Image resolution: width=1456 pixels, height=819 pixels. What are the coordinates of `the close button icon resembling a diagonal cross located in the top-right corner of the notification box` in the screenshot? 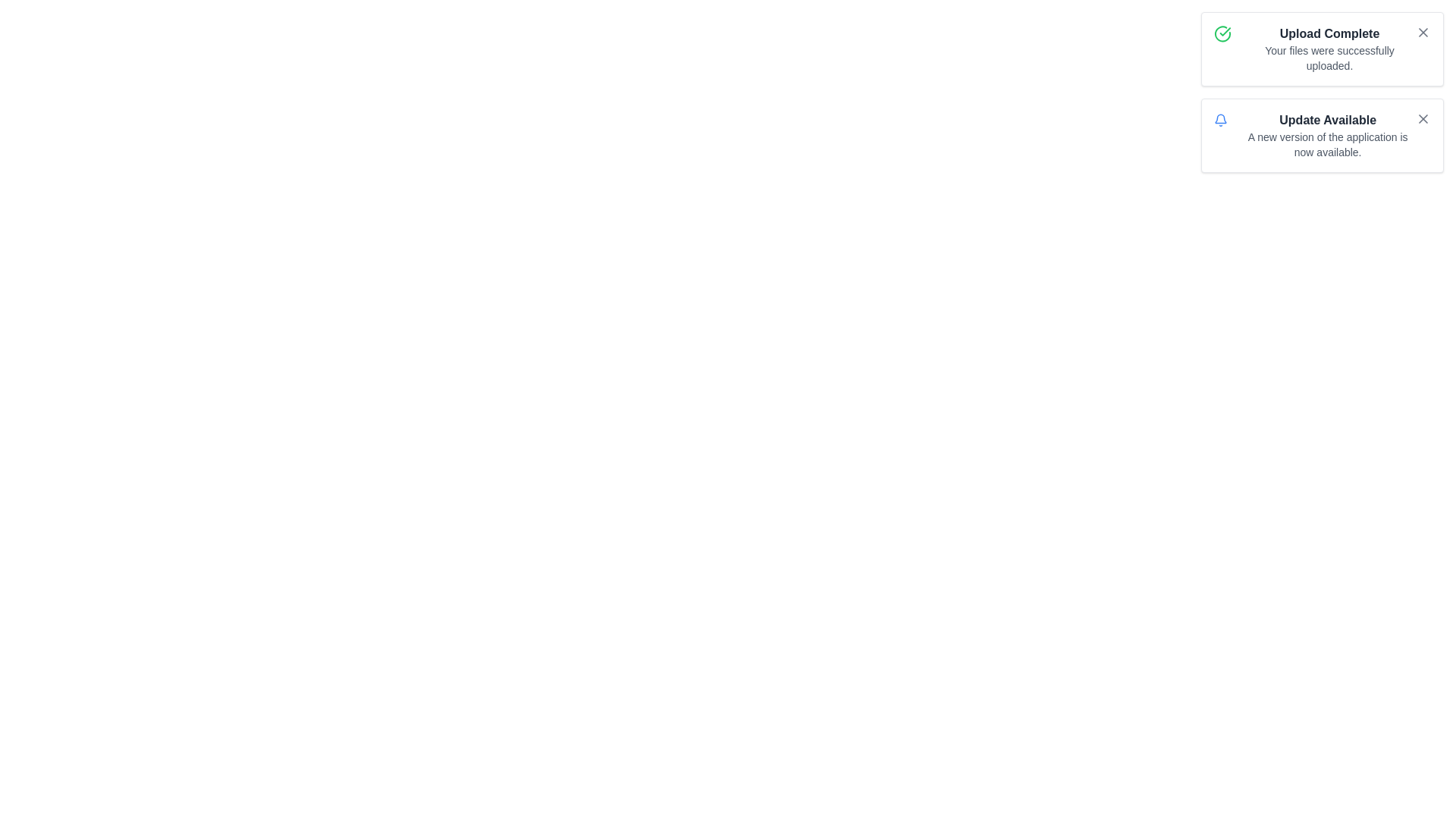 It's located at (1422, 118).